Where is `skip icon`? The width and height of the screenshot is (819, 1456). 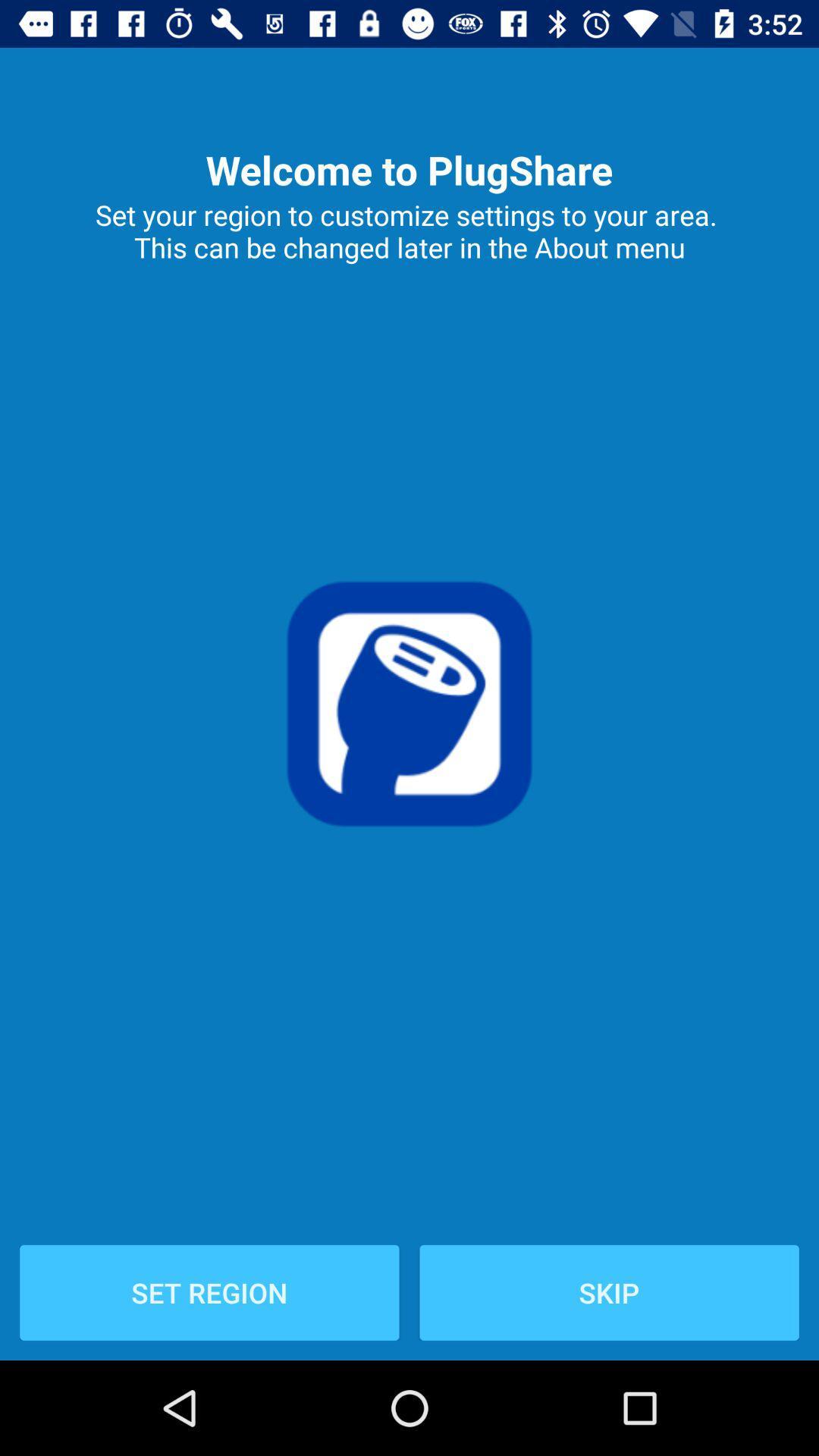 skip icon is located at coordinates (608, 1291).